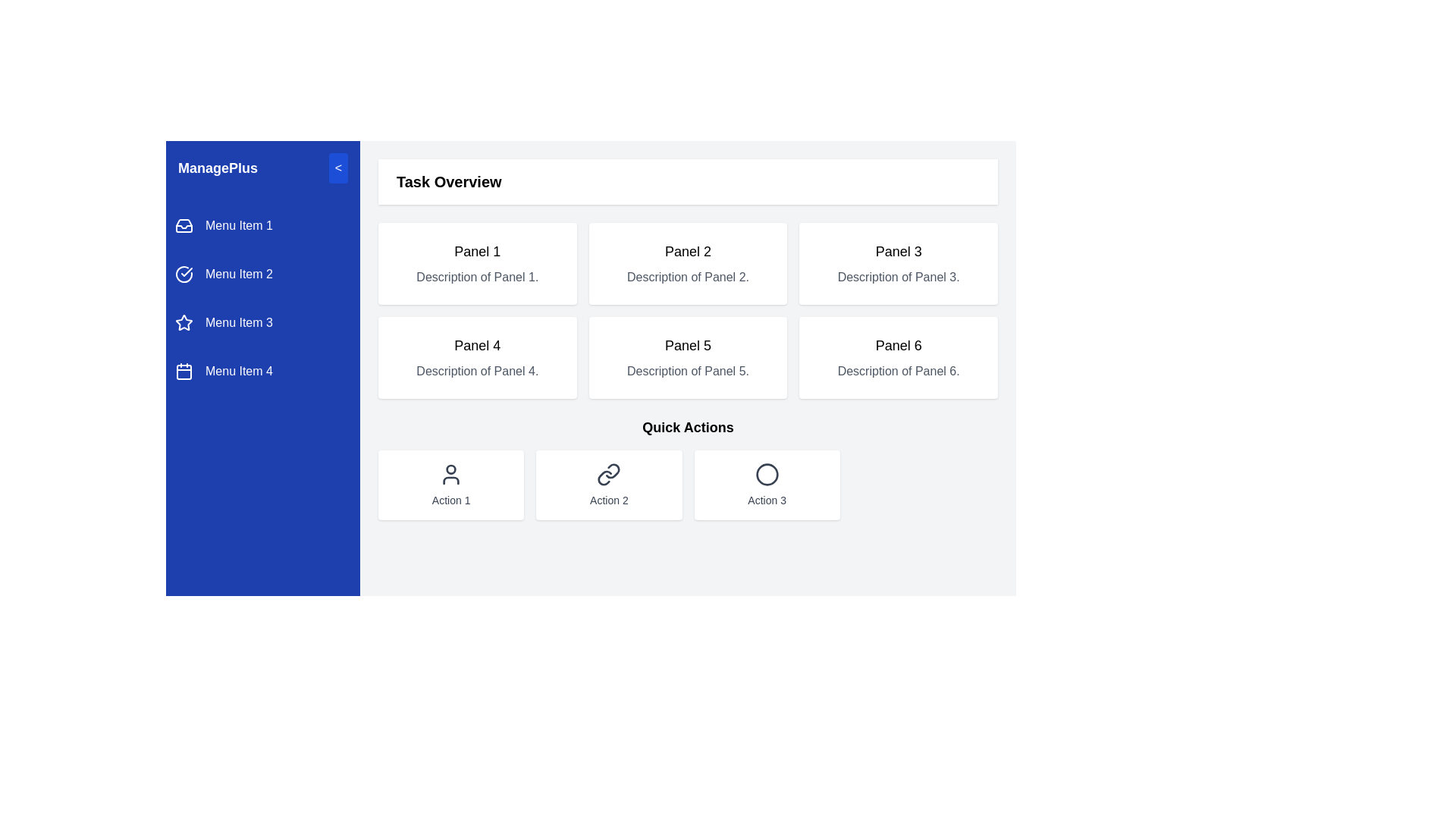  What do you see at coordinates (262, 371) in the screenshot?
I see `the menu item labeled 'Menu Item 4' with a calendar icon` at bounding box center [262, 371].